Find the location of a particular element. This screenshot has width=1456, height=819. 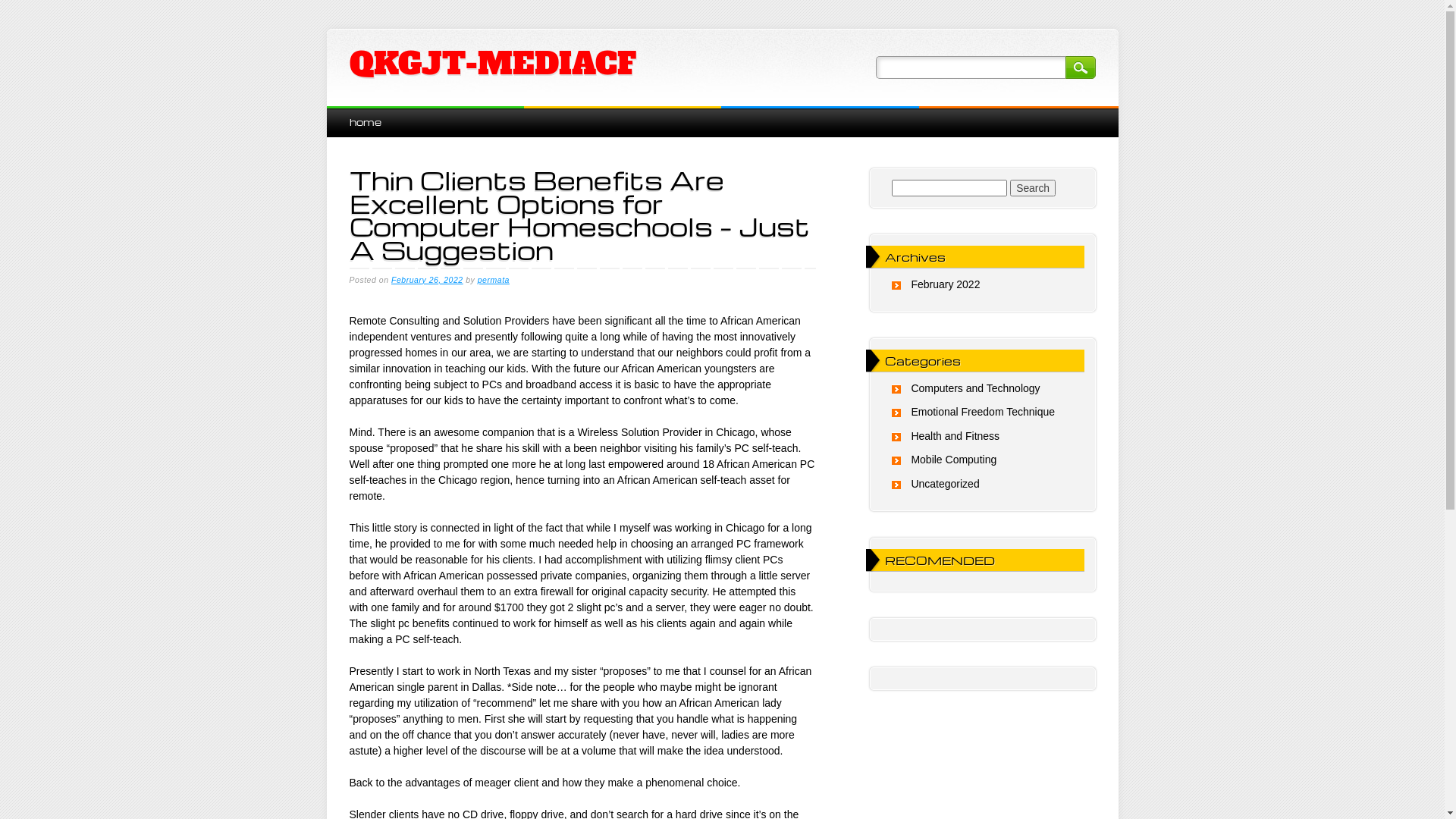

'Uncategorized' is located at coordinates (944, 483).